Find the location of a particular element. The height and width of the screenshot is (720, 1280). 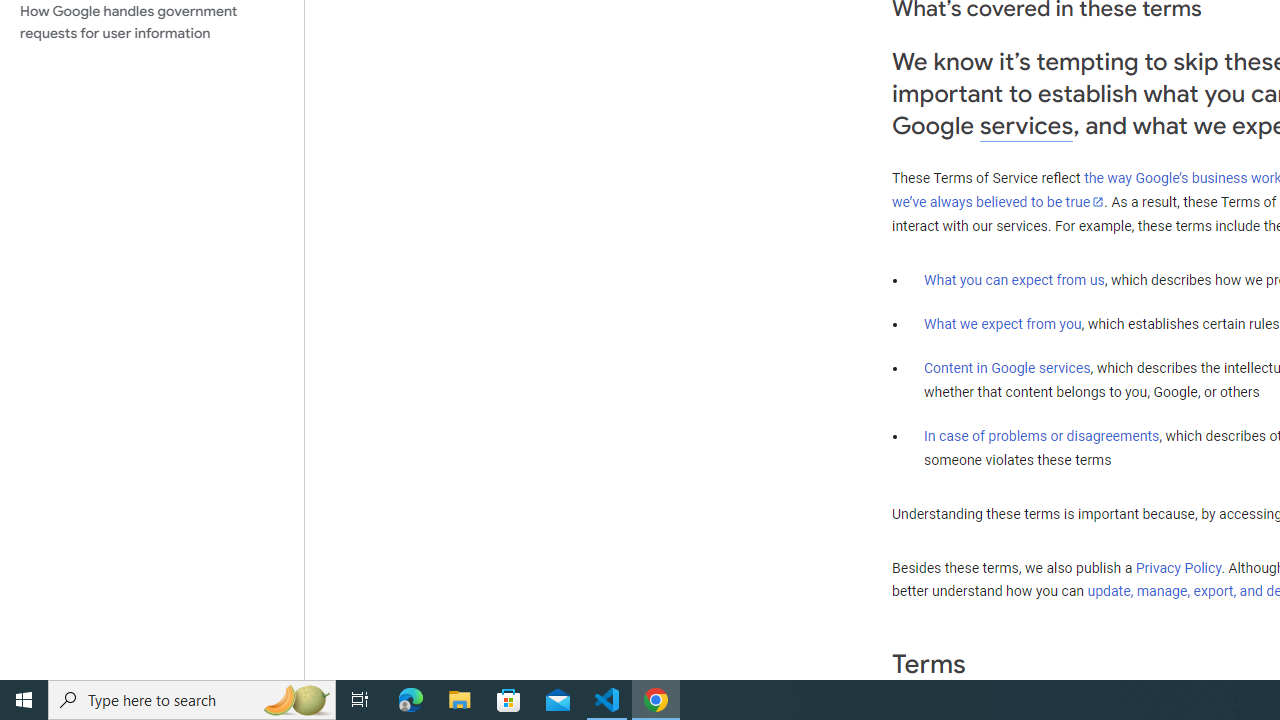

'What we expect from you' is located at coordinates (1002, 323).